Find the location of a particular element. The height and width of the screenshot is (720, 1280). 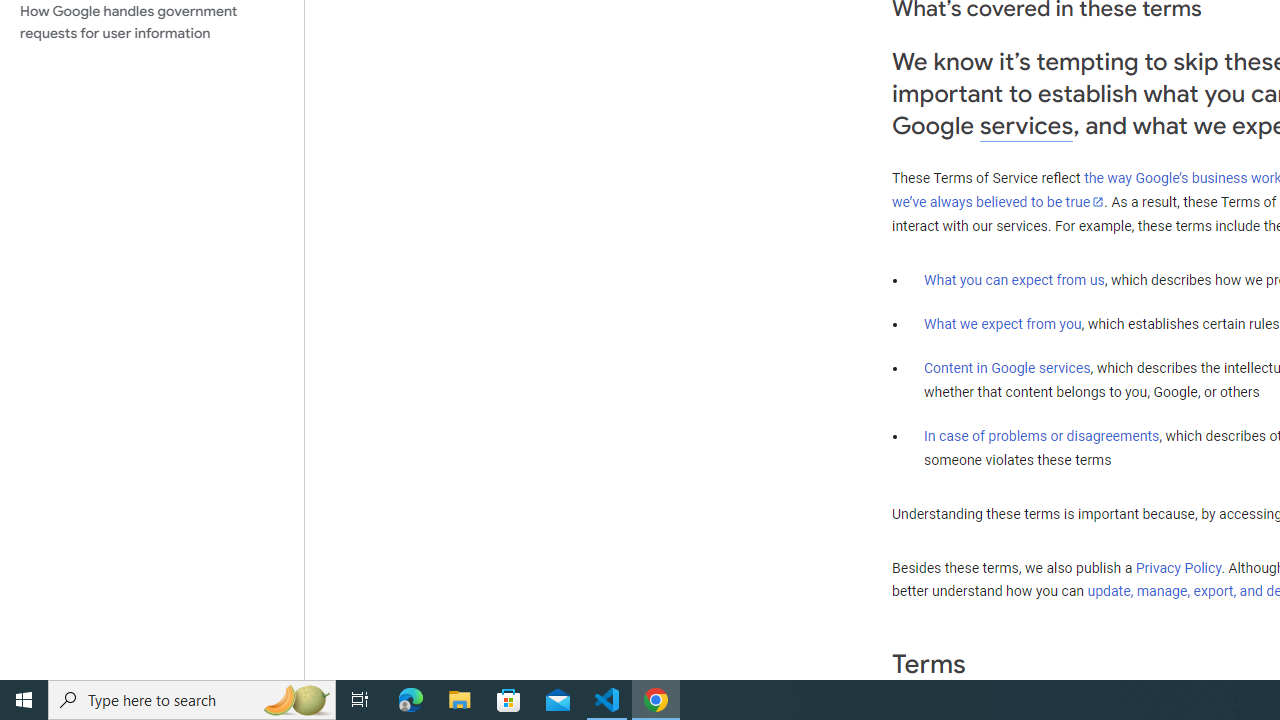

'What we expect from you' is located at coordinates (1002, 323).